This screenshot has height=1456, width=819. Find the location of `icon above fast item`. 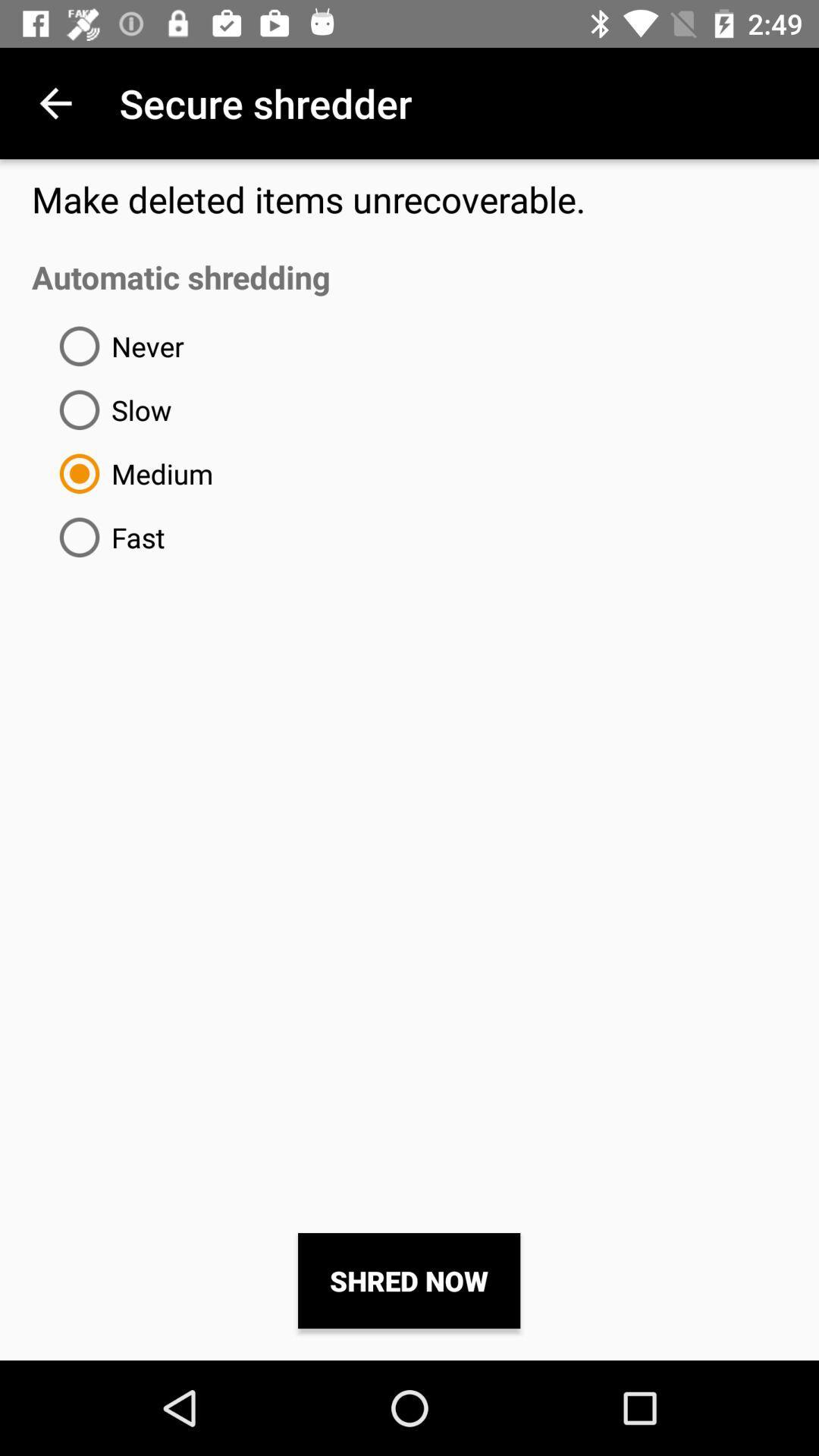

icon above fast item is located at coordinates (130, 472).